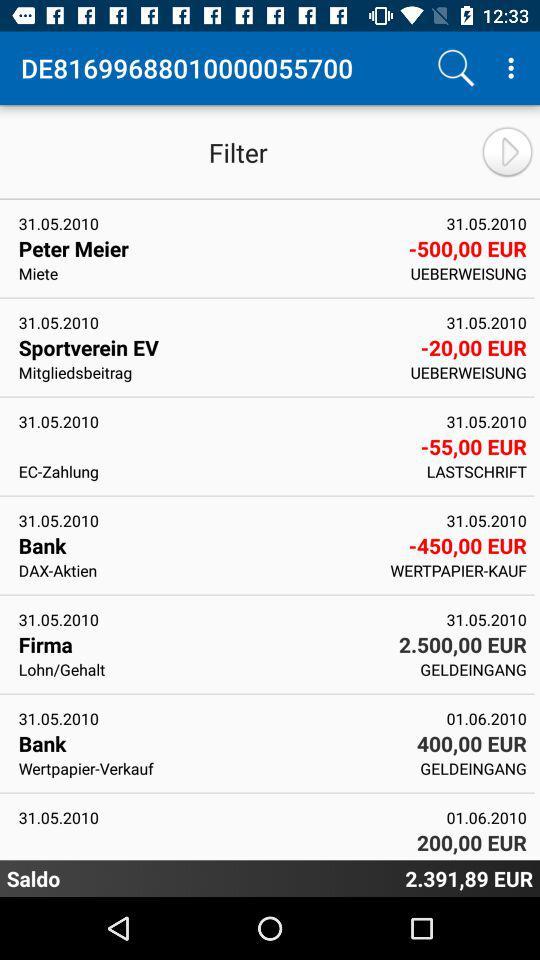 The height and width of the screenshot is (960, 540). What do you see at coordinates (211, 669) in the screenshot?
I see `lohn/gehalt` at bounding box center [211, 669].